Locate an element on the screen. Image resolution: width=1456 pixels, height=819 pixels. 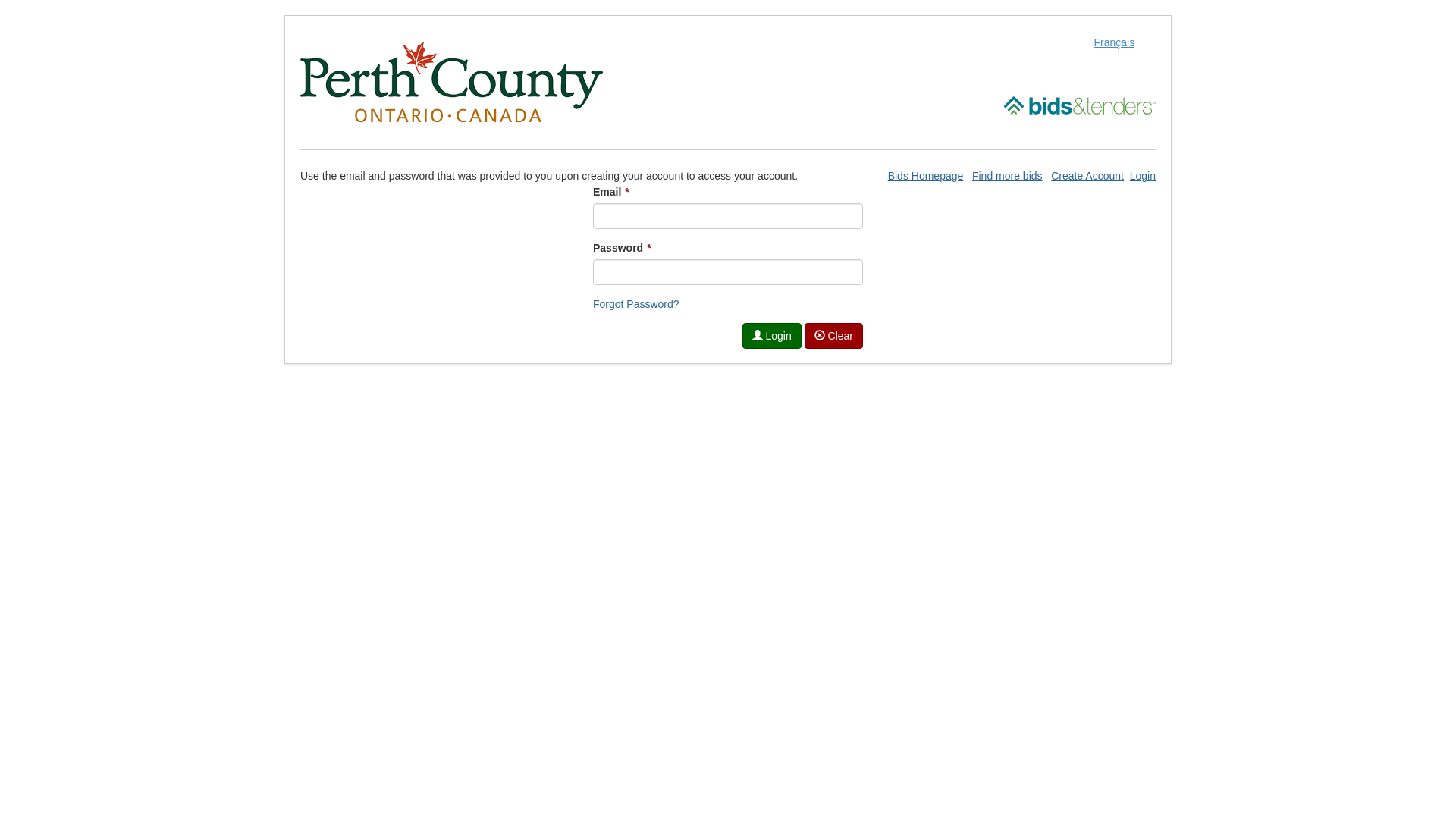
' Login' is located at coordinates (771, 335).